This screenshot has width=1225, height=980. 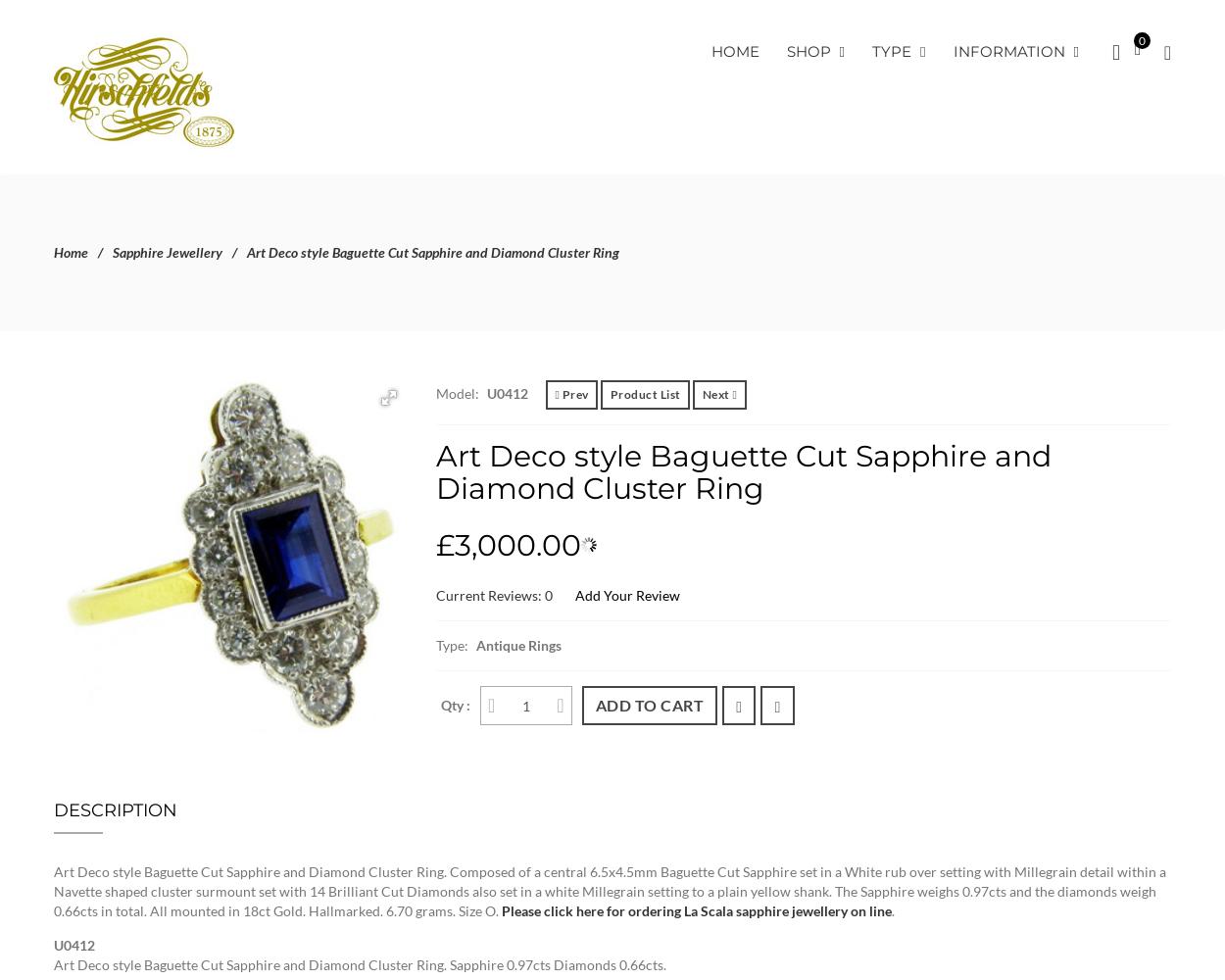 I want to click on 'prev', so click(x=574, y=394).